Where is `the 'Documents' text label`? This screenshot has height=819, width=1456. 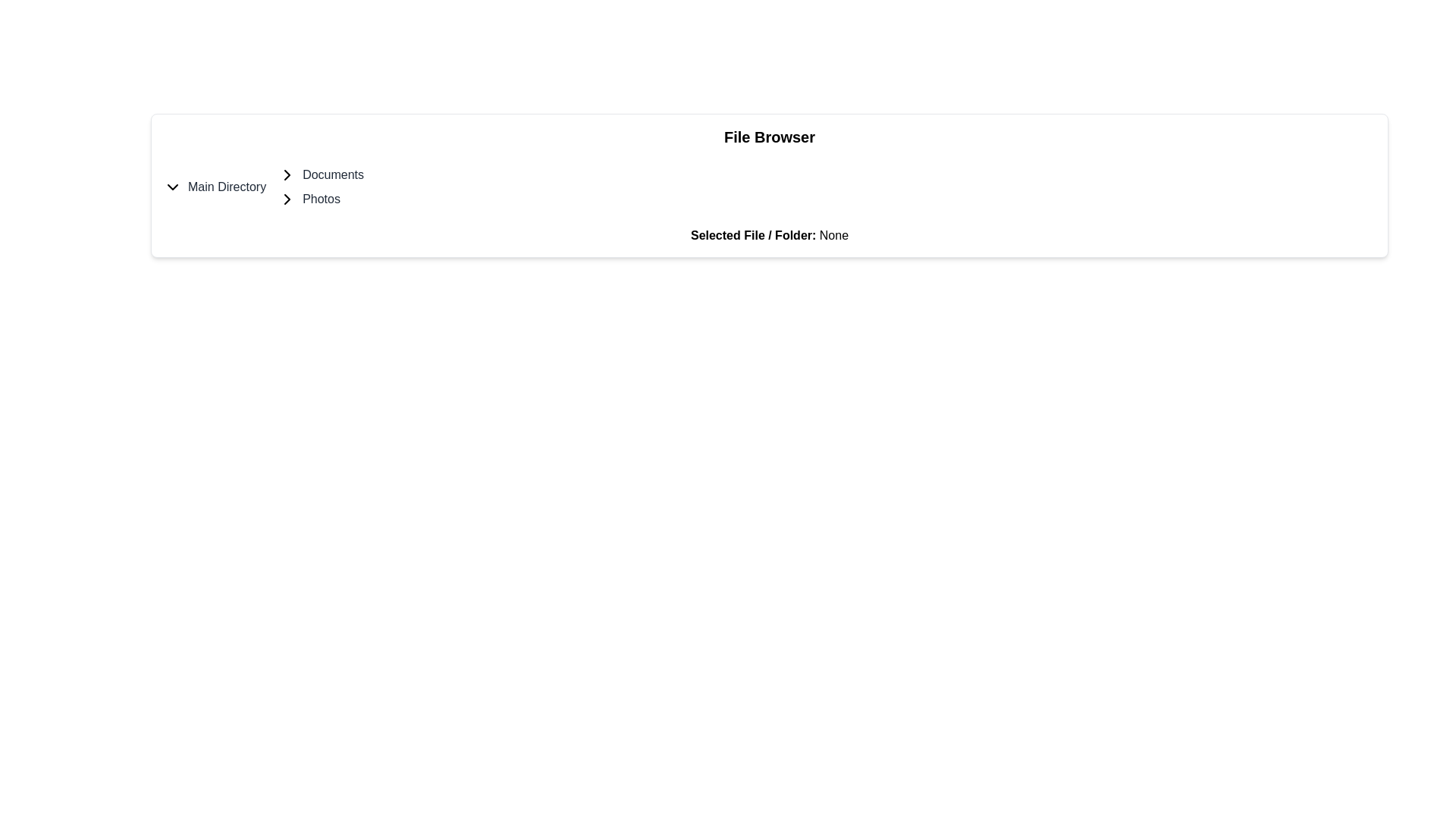 the 'Documents' text label is located at coordinates (332, 174).